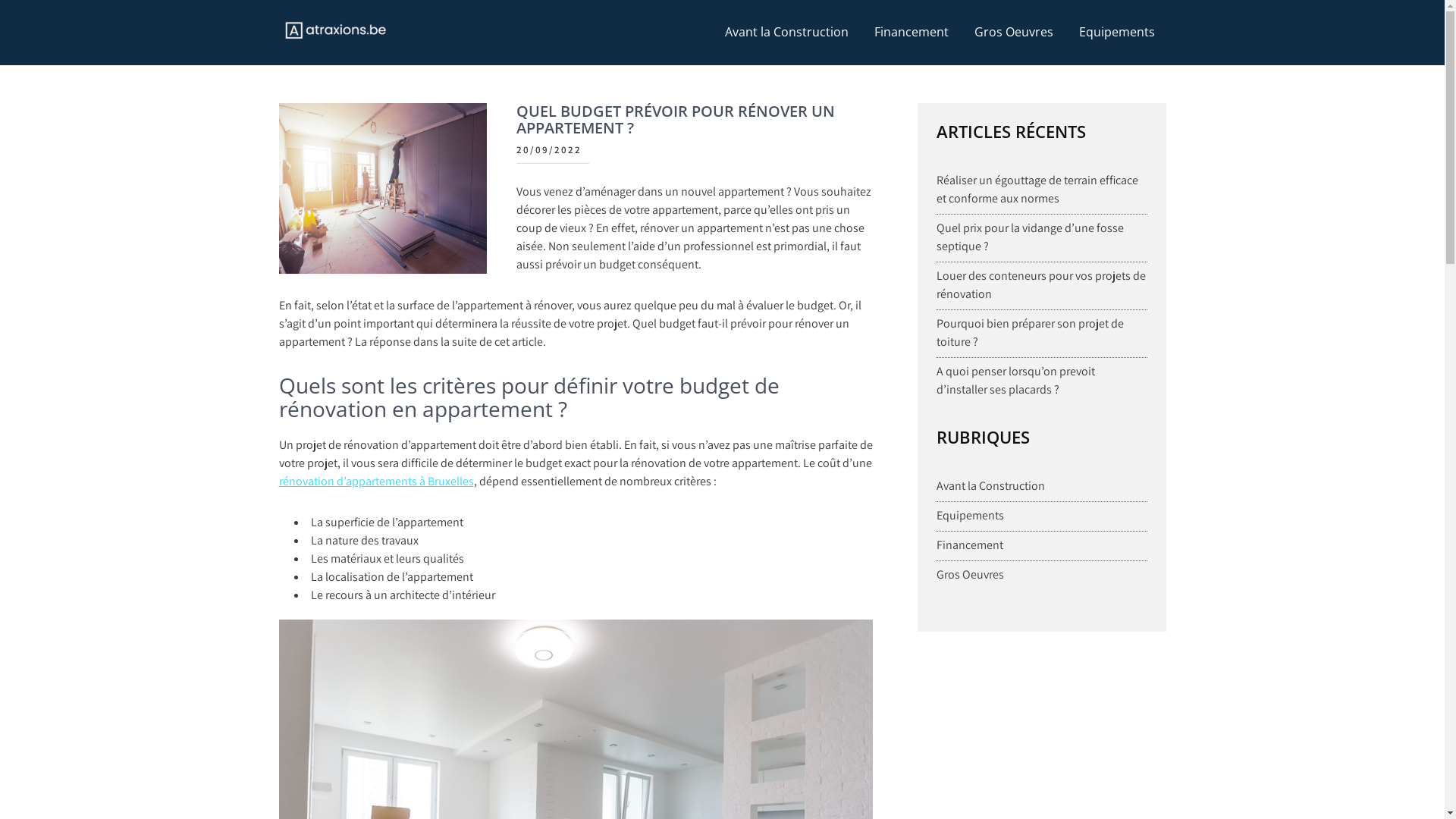 This screenshot has height=819, width=1456. I want to click on 'Avant la Construction', so click(786, 32).